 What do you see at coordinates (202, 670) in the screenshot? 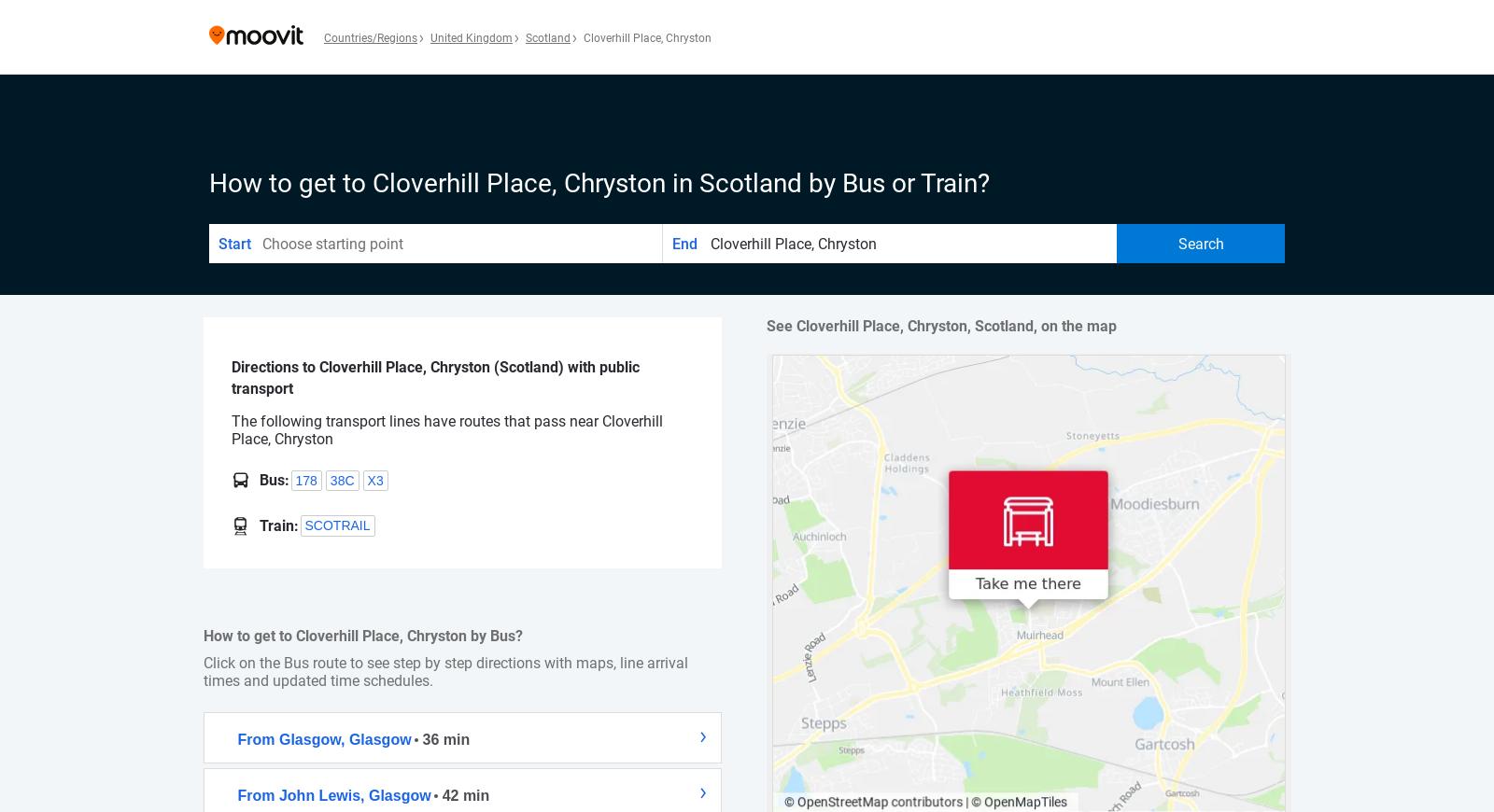
I see `'Click on the Bus route to see step by step directions with maps, line arrival times and updated time schedules.'` at bounding box center [202, 670].